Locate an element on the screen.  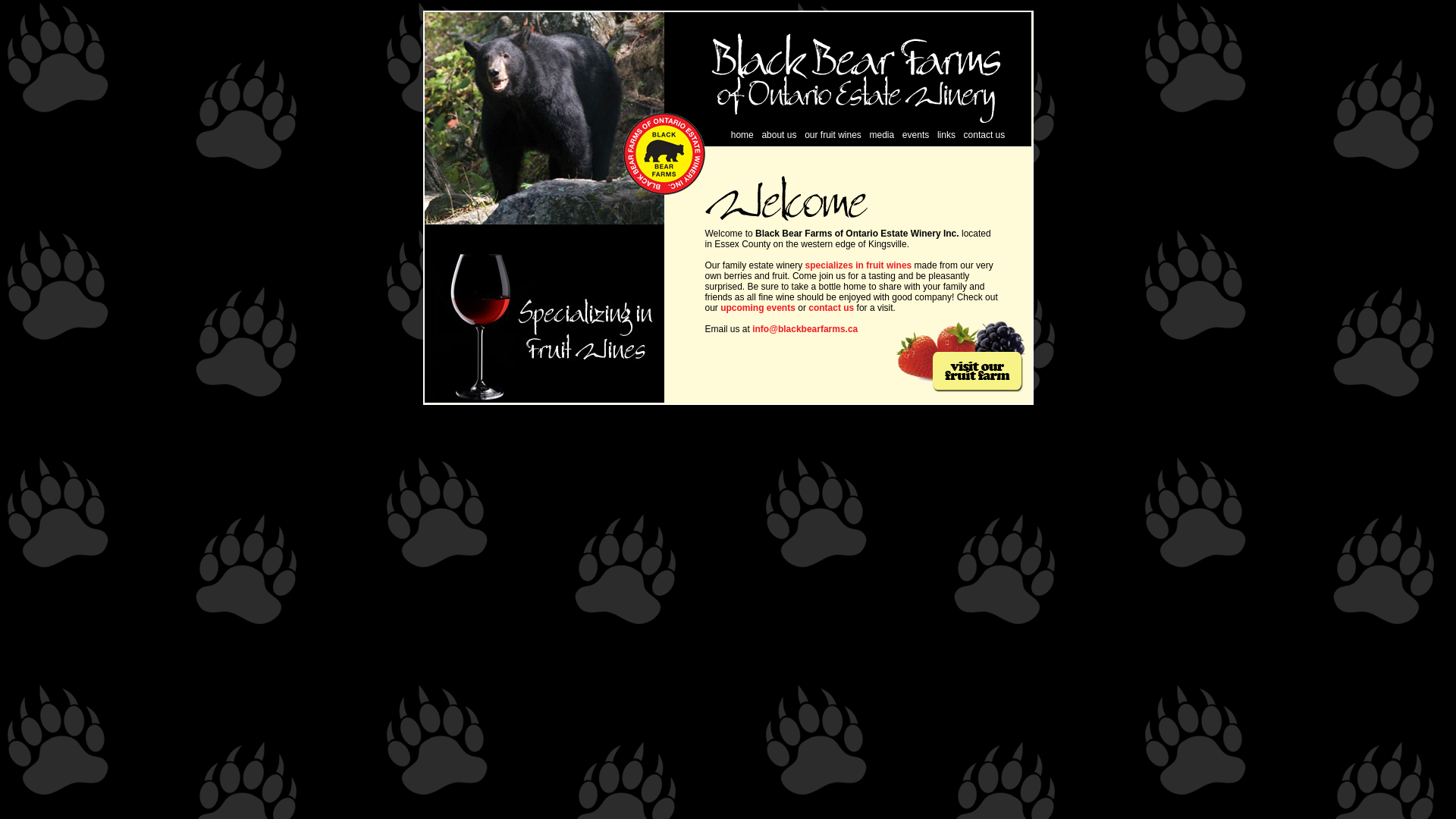
'info@blackbearfarms.ca' is located at coordinates (752, 328).